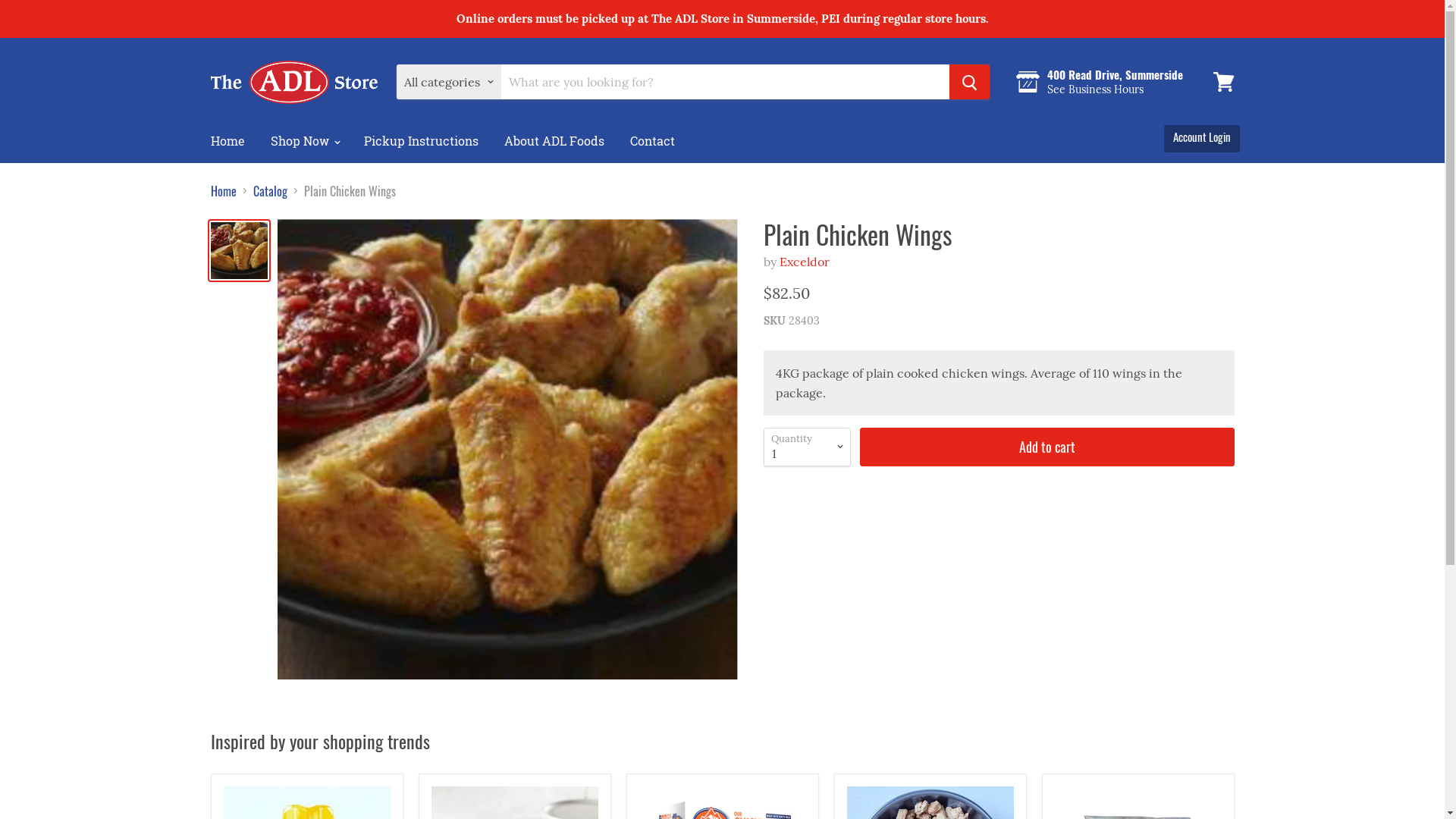  I want to click on 'Catalog', so click(270, 190).